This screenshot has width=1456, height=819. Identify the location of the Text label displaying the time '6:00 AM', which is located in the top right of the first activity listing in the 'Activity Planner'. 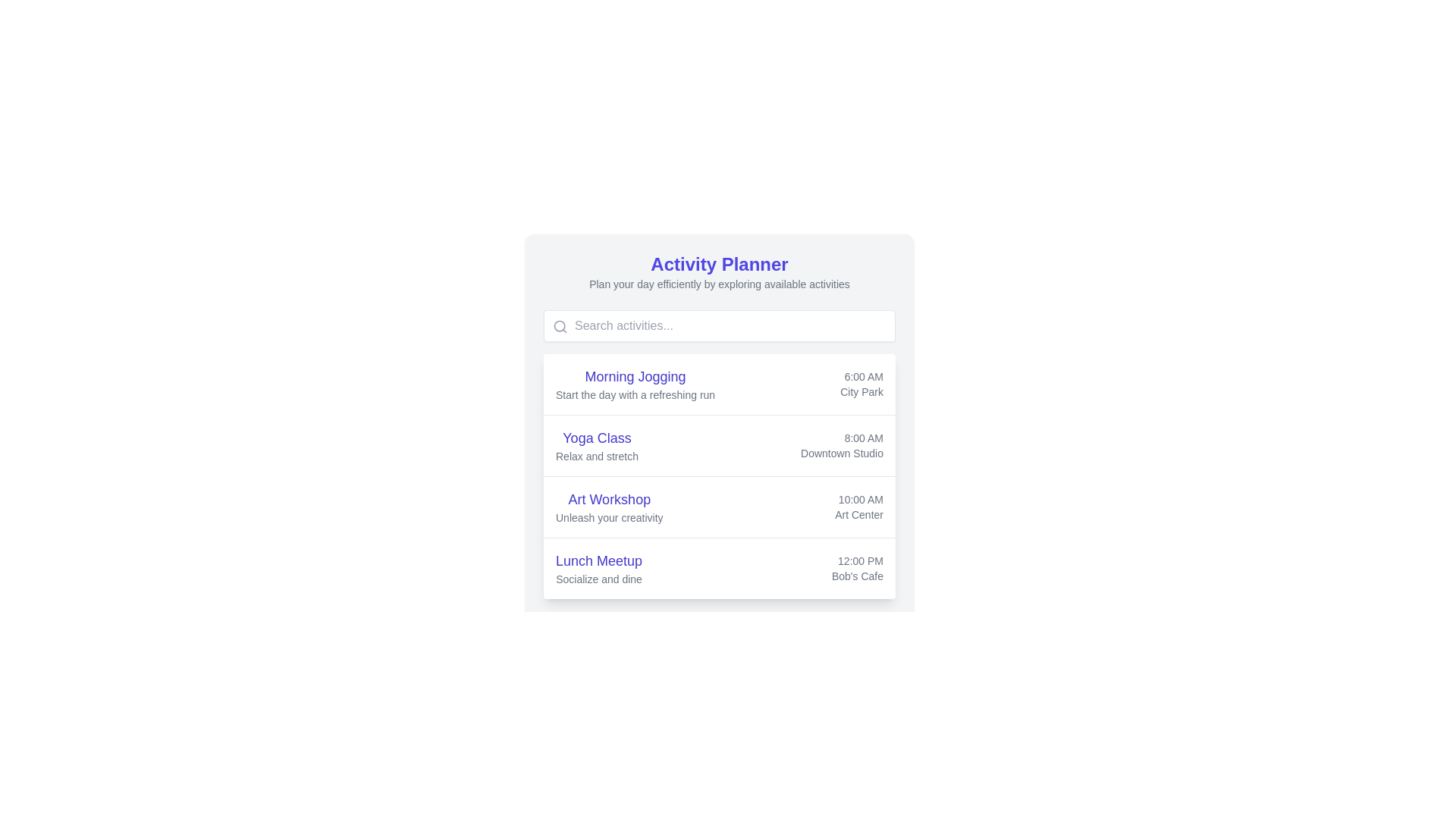
(861, 376).